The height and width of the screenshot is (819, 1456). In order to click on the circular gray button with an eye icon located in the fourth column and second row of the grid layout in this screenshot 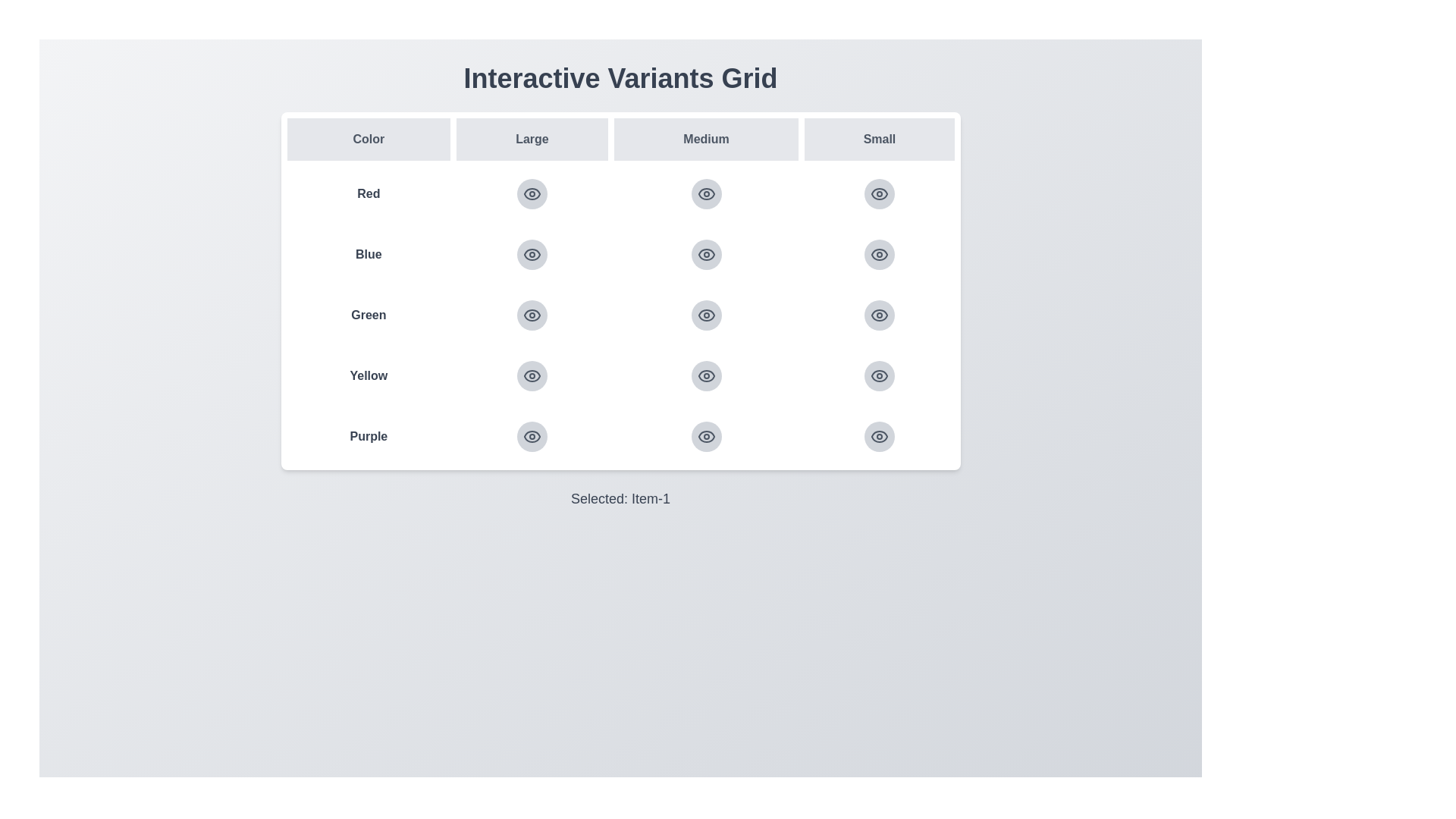, I will do `click(705, 253)`.